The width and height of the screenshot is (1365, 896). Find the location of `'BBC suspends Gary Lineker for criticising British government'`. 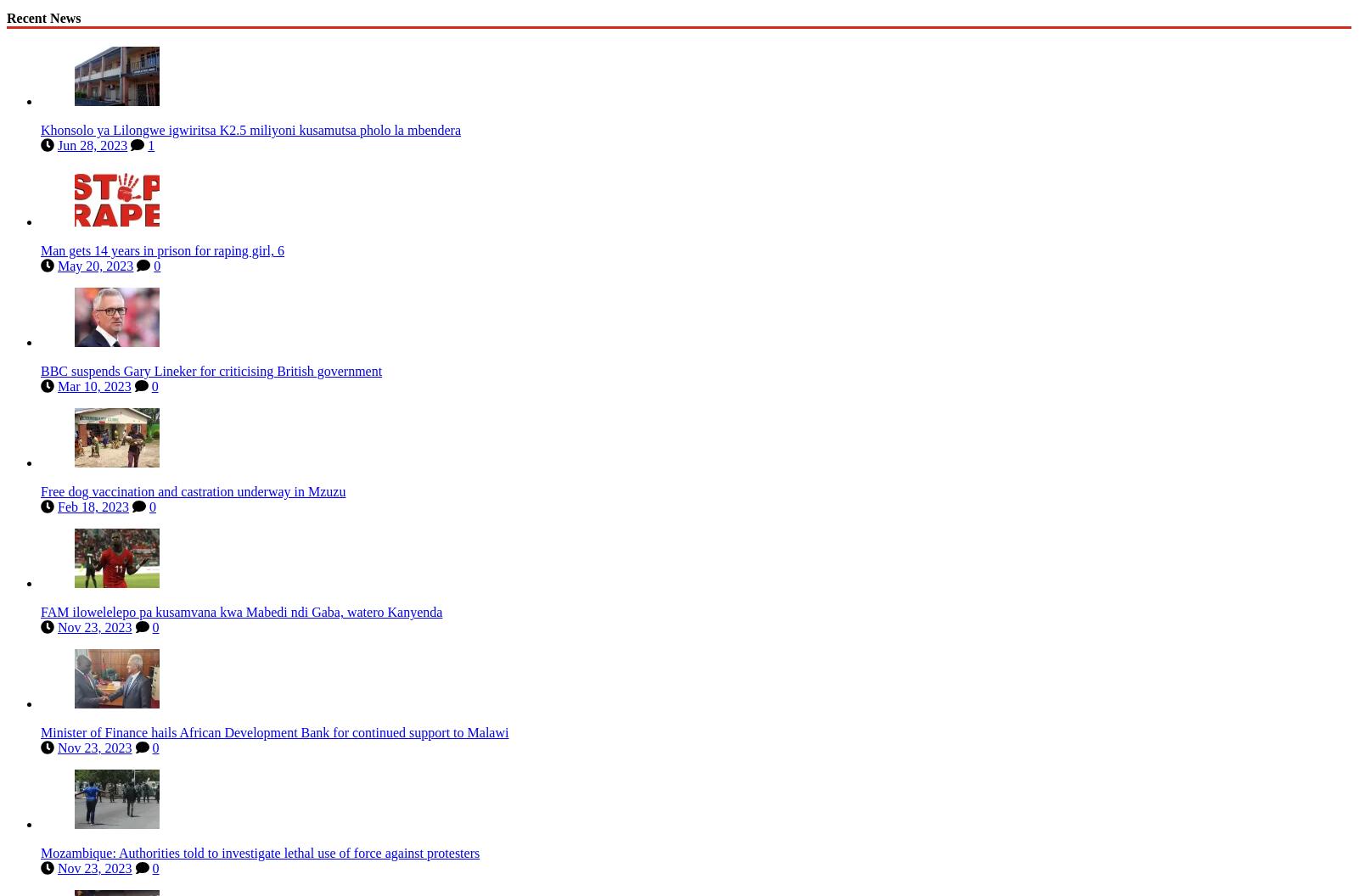

'BBC suspends Gary Lineker for criticising British government' is located at coordinates (211, 367).